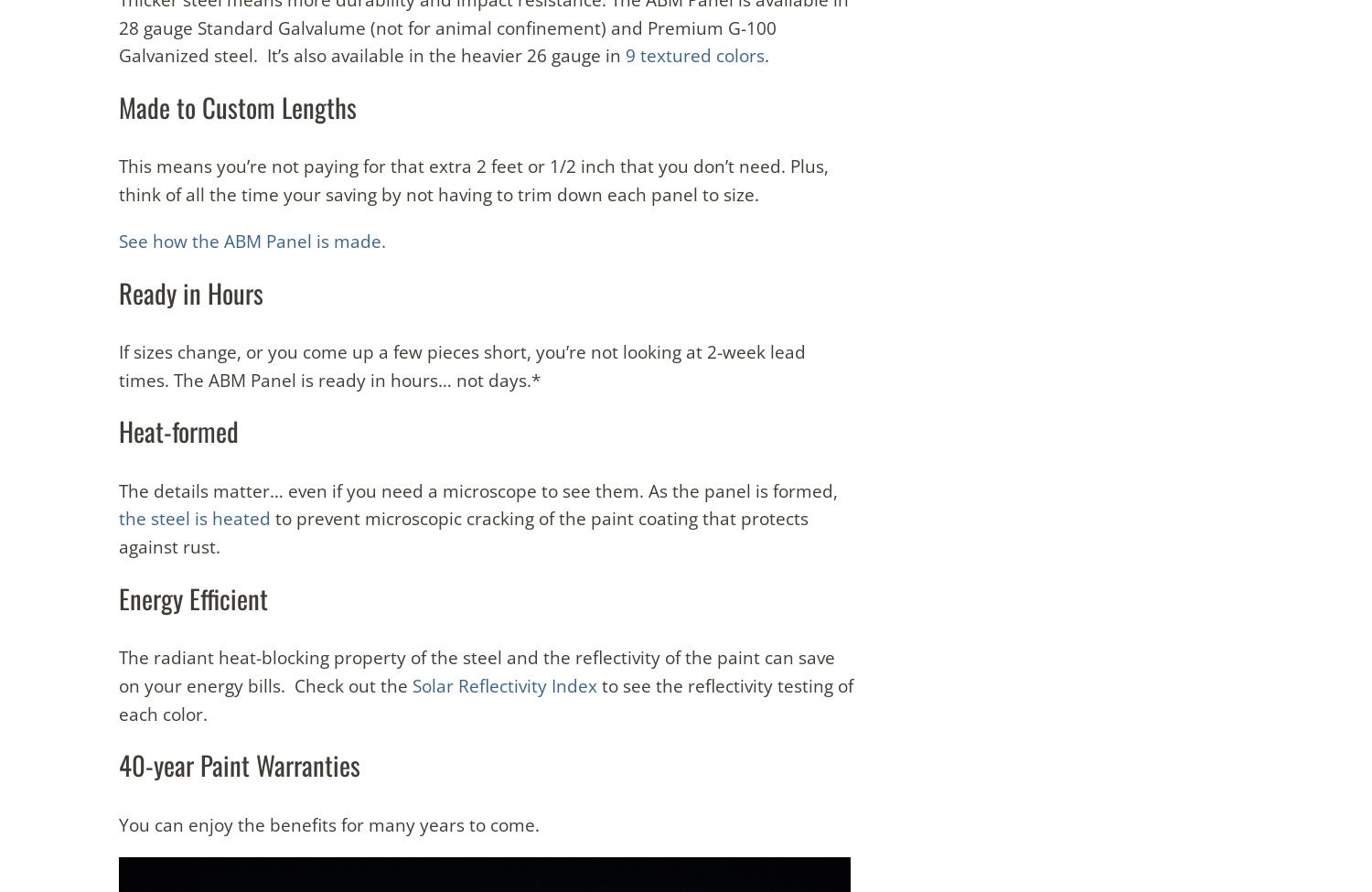 The width and height of the screenshot is (1372, 892). Describe the element at coordinates (192, 596) in the screenshot. I see `'Energy Efficient'` at that location.